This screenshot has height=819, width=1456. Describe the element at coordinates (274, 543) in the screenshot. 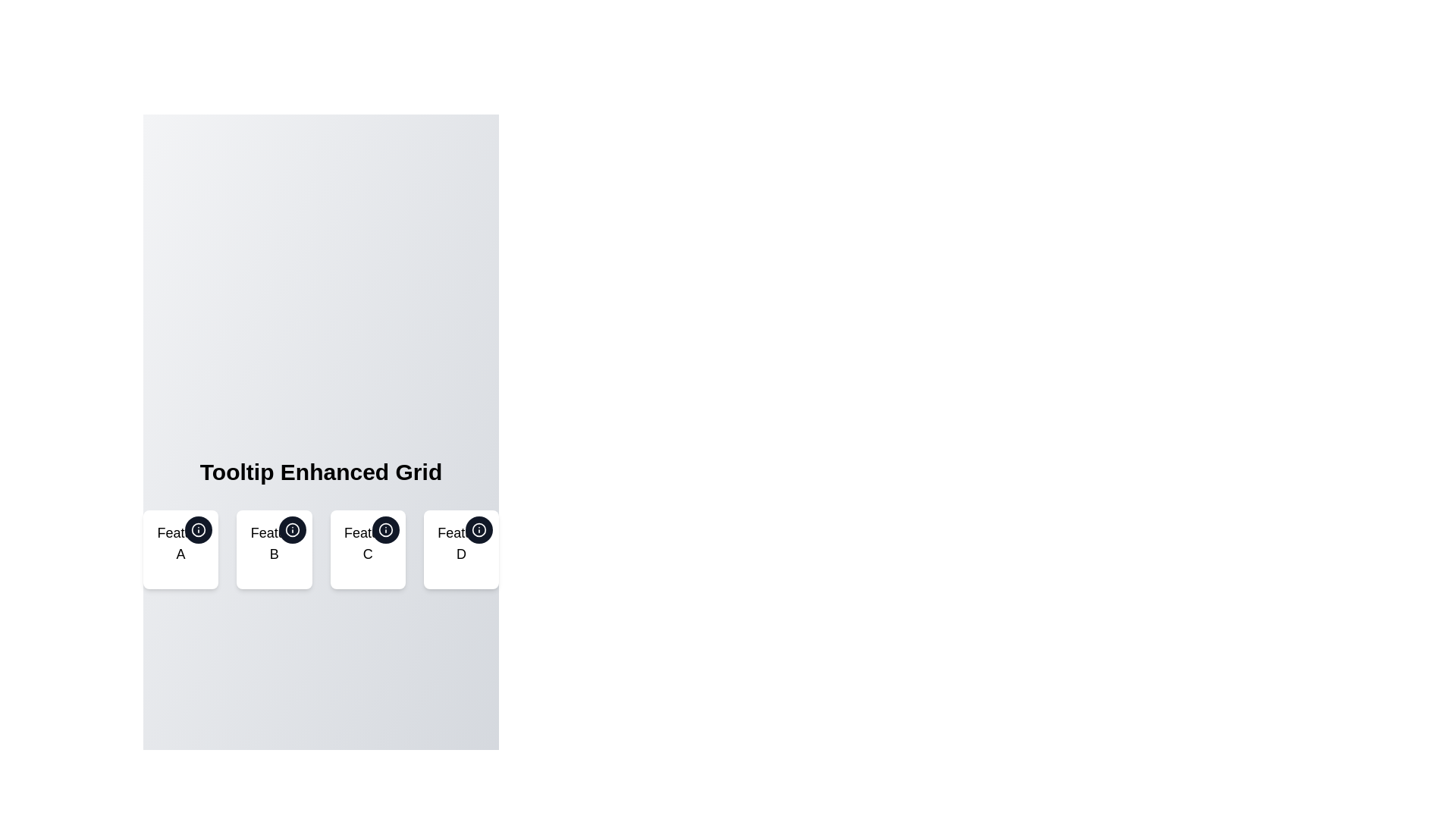

I see `the 'Feature B' text label, which is centrally aligned and styled with a large font size in the second card of a horizontal grid under the title 'Tooltip Enhanced Grid'` at that location.